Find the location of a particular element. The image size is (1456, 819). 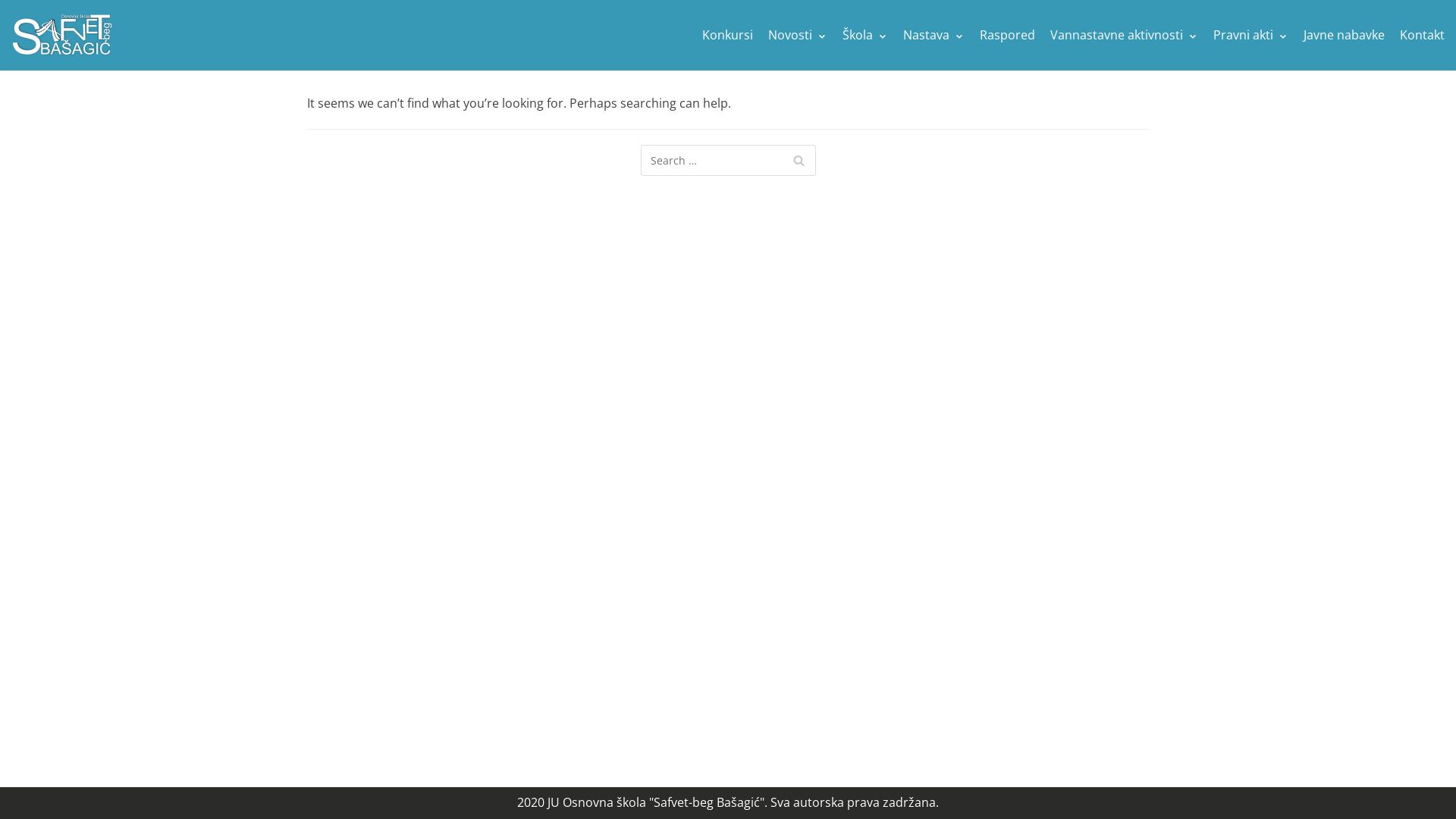

'Search' is located at coordinates (797, 160).